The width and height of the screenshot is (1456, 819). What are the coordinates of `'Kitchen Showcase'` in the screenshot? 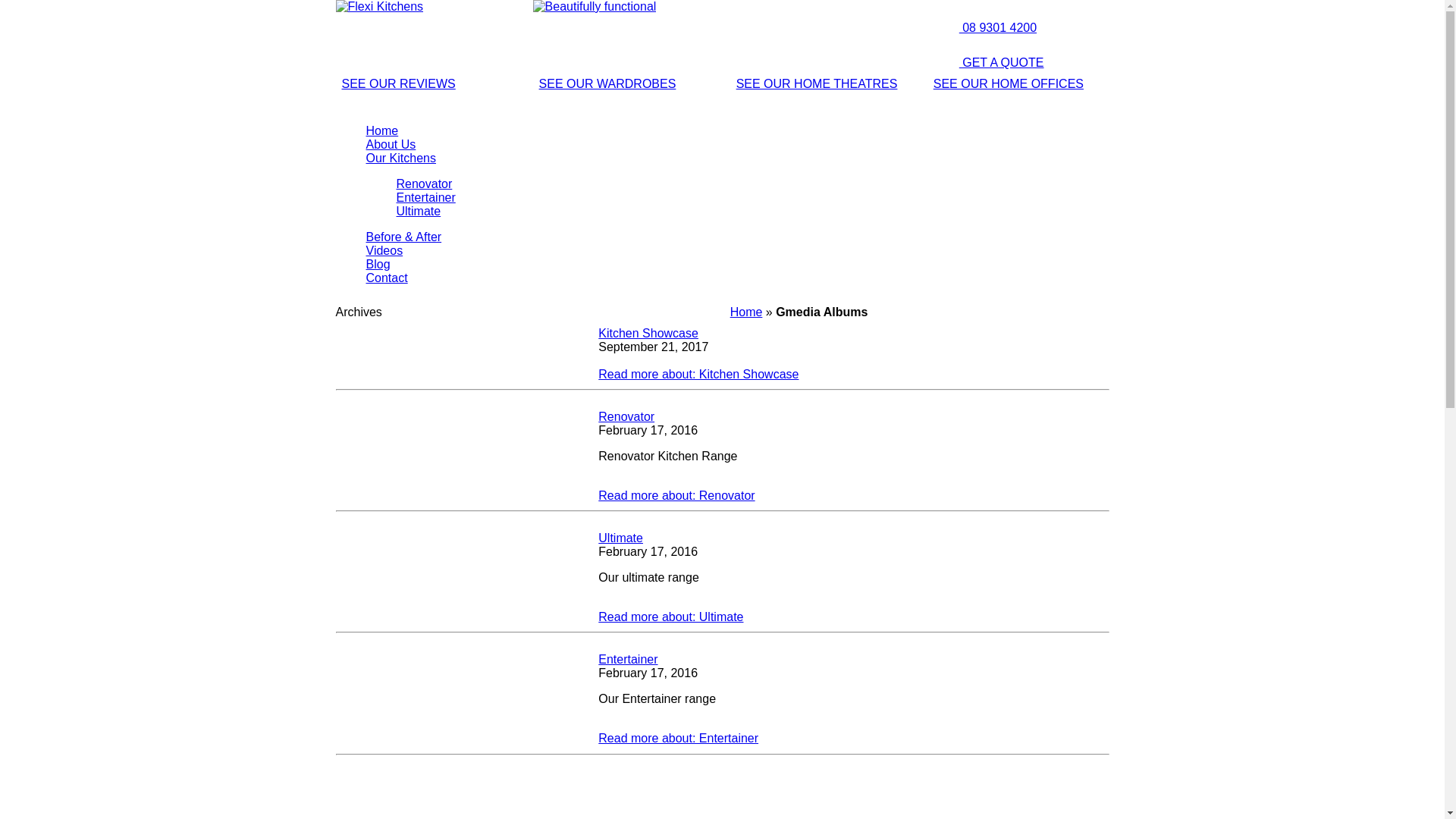 It's located at (648, 332).